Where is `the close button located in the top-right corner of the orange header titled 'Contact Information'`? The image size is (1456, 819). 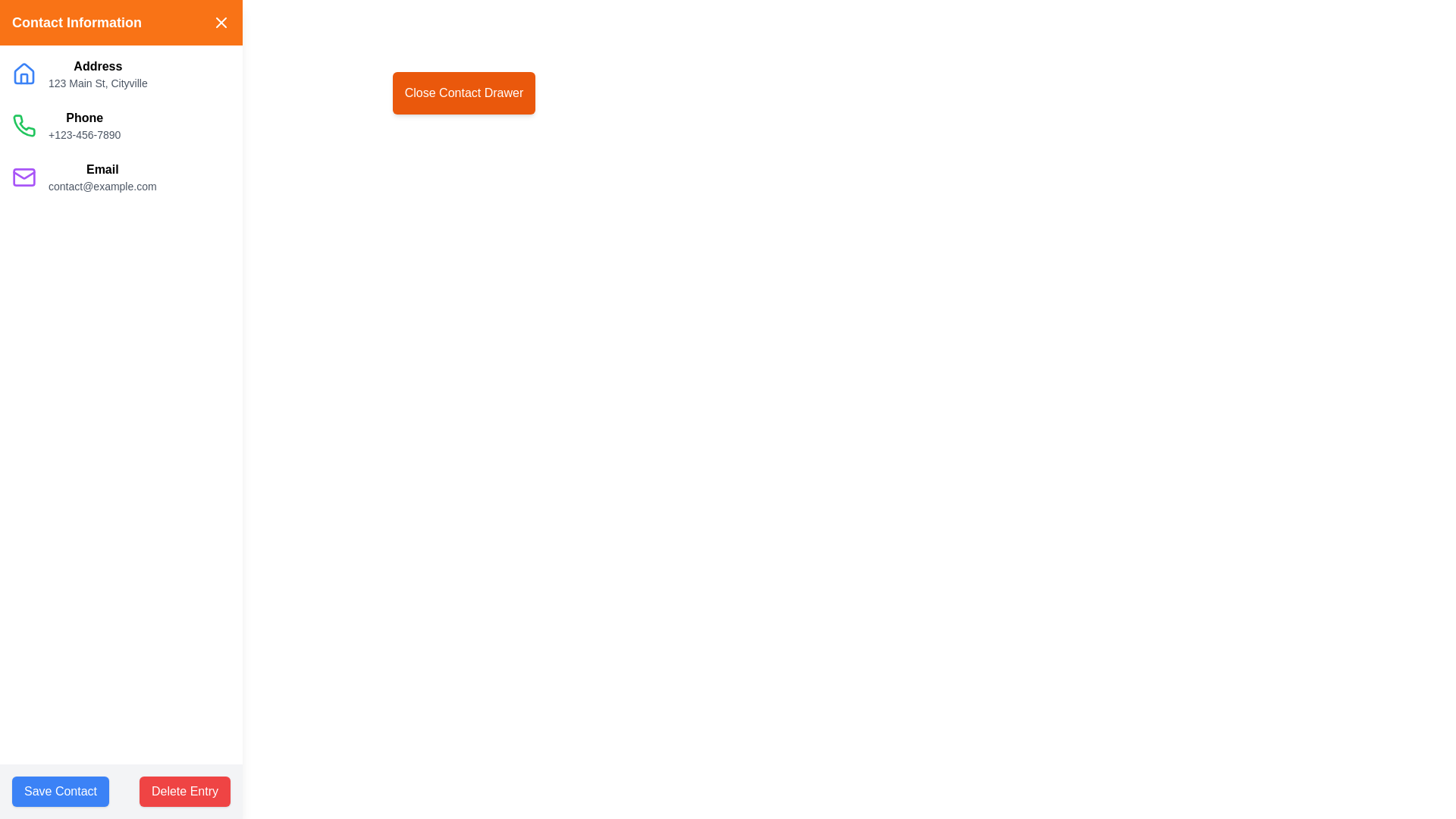
the close button located in the top-right corner of the orange header titled 'Contact Information' is located at coordinates (221, 23).